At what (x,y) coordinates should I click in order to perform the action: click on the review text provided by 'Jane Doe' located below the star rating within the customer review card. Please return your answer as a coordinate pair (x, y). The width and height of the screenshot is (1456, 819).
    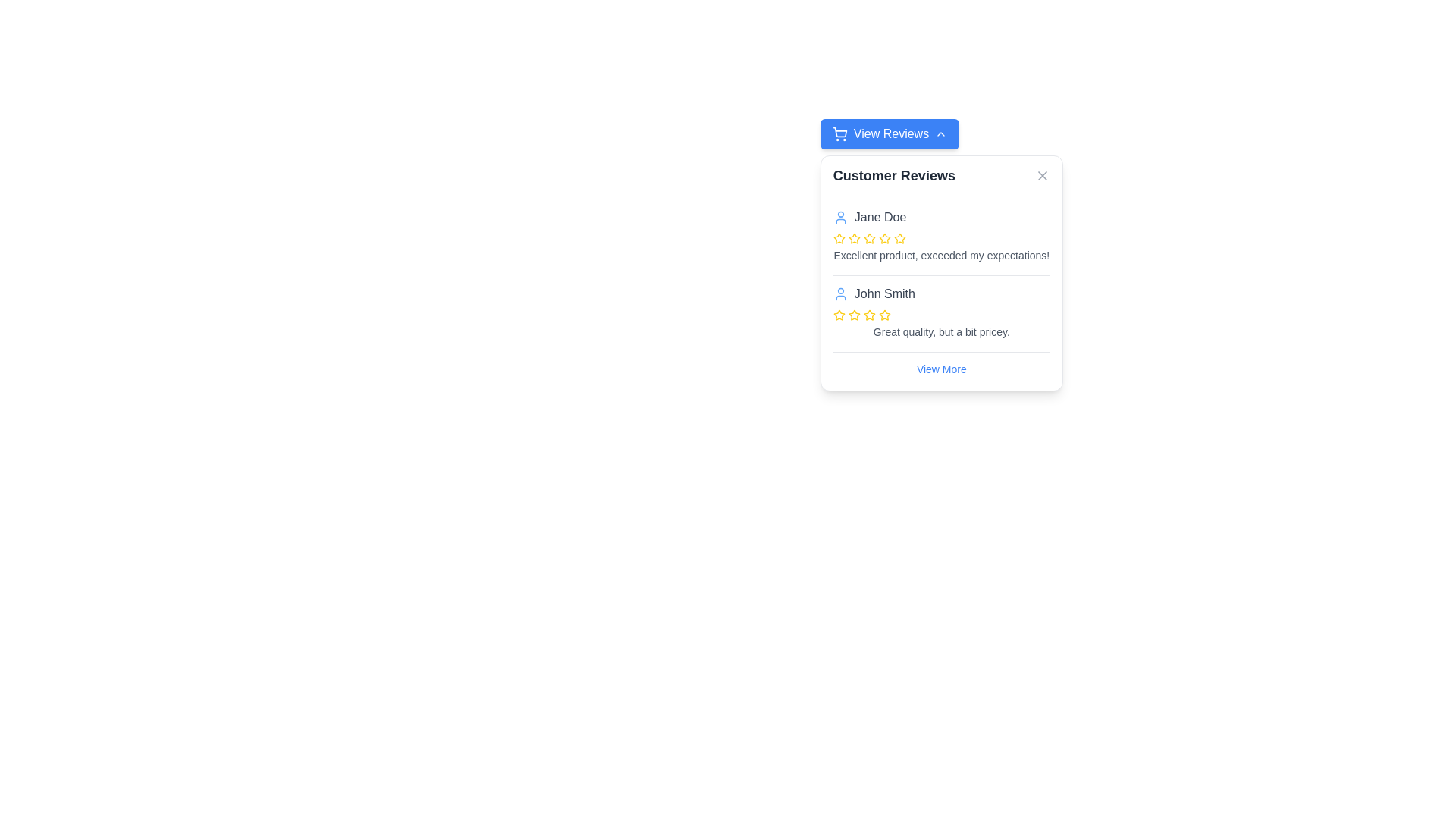
    Looking at the image, I should click on (940, 254).